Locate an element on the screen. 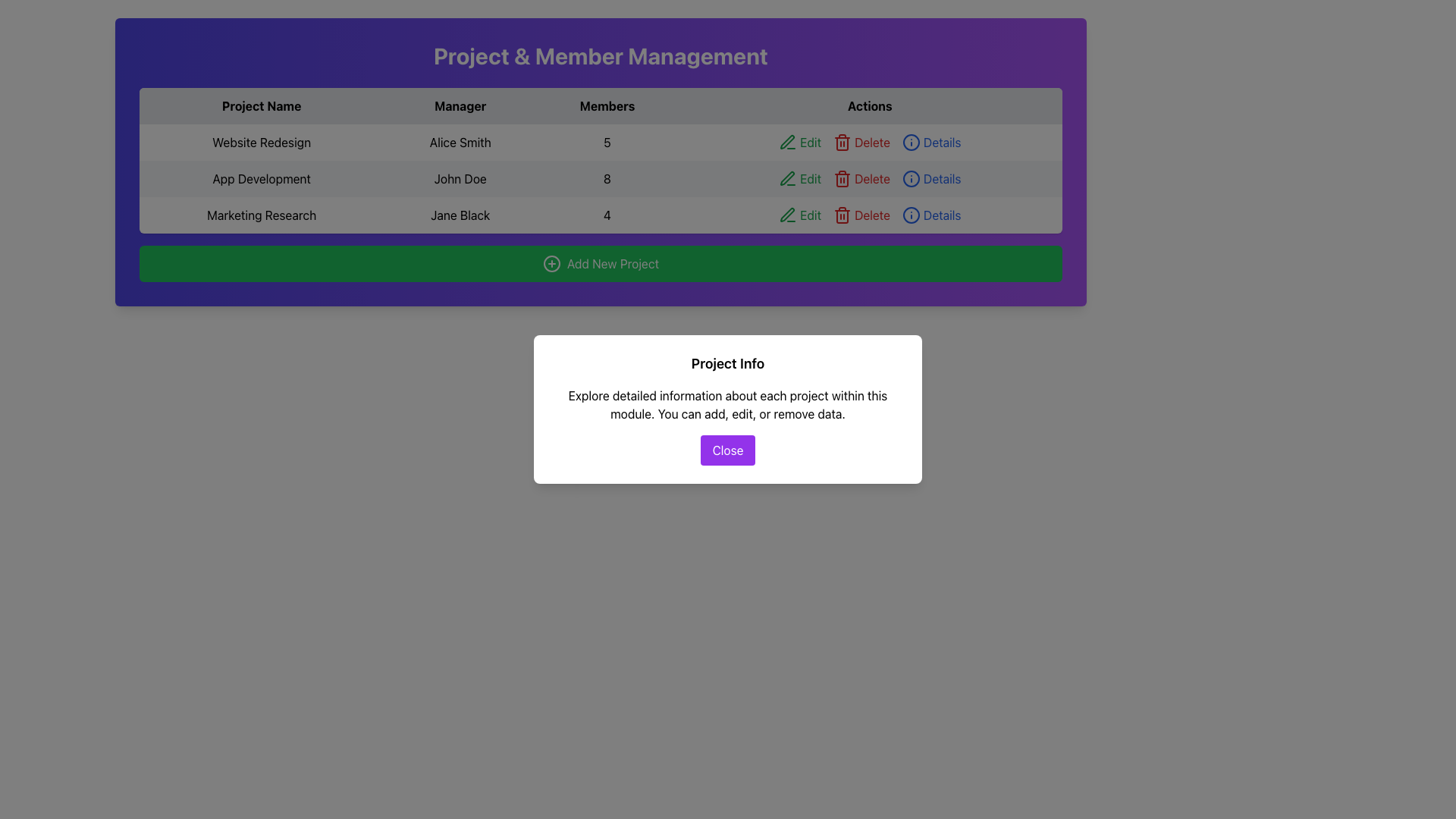  the central circular outline of the 'Details' button, which is located at the bottom right of the 'Marketing Research' row in the 'Actions' column of the table is located at coordinates (910, 215).